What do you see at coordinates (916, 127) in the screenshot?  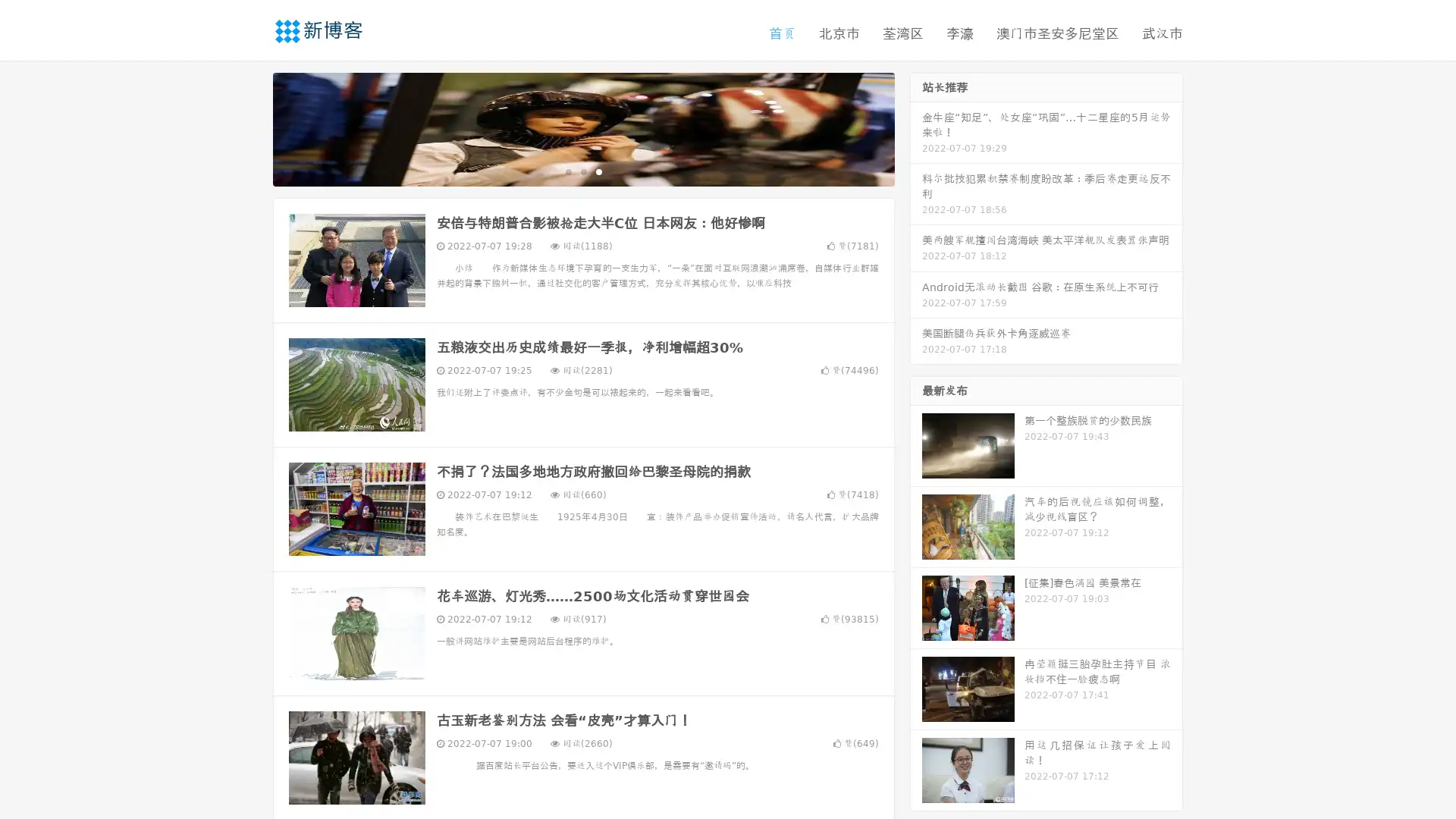 I see `Next slide` at bounding box center [916, 127].